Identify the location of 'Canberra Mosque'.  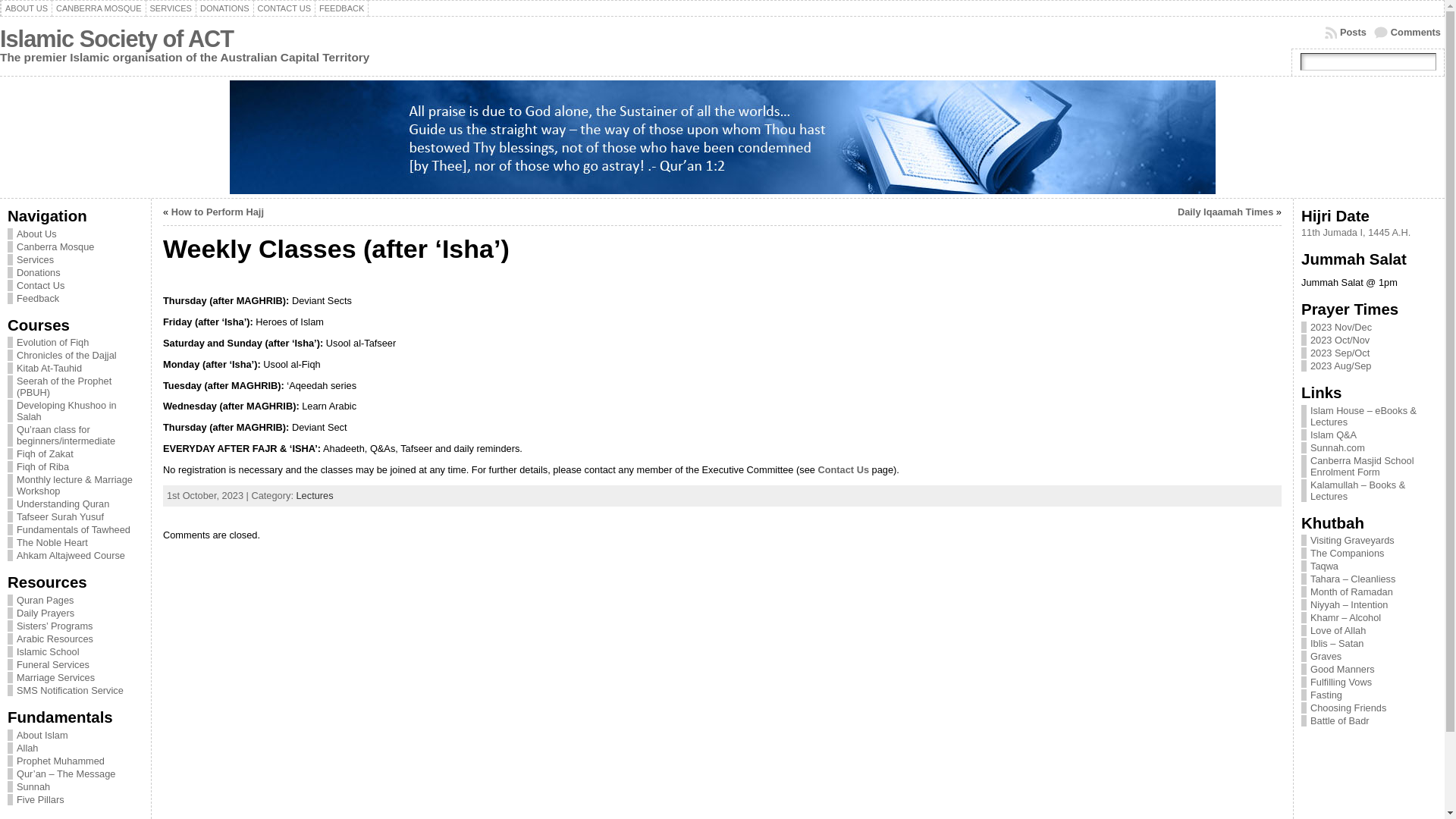
(74, 246).